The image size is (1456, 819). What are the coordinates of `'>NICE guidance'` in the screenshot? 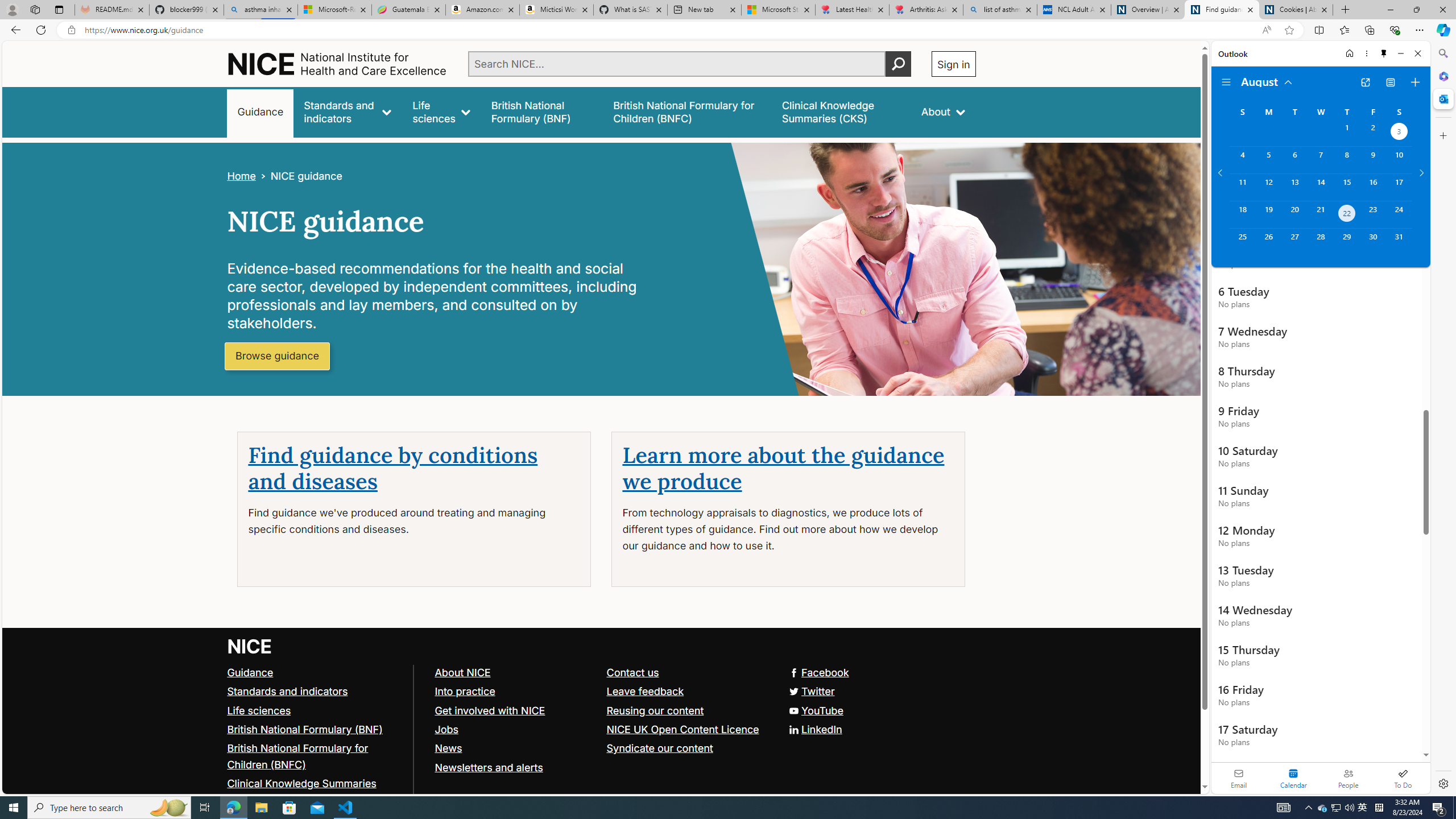 It's located at (297, 176).